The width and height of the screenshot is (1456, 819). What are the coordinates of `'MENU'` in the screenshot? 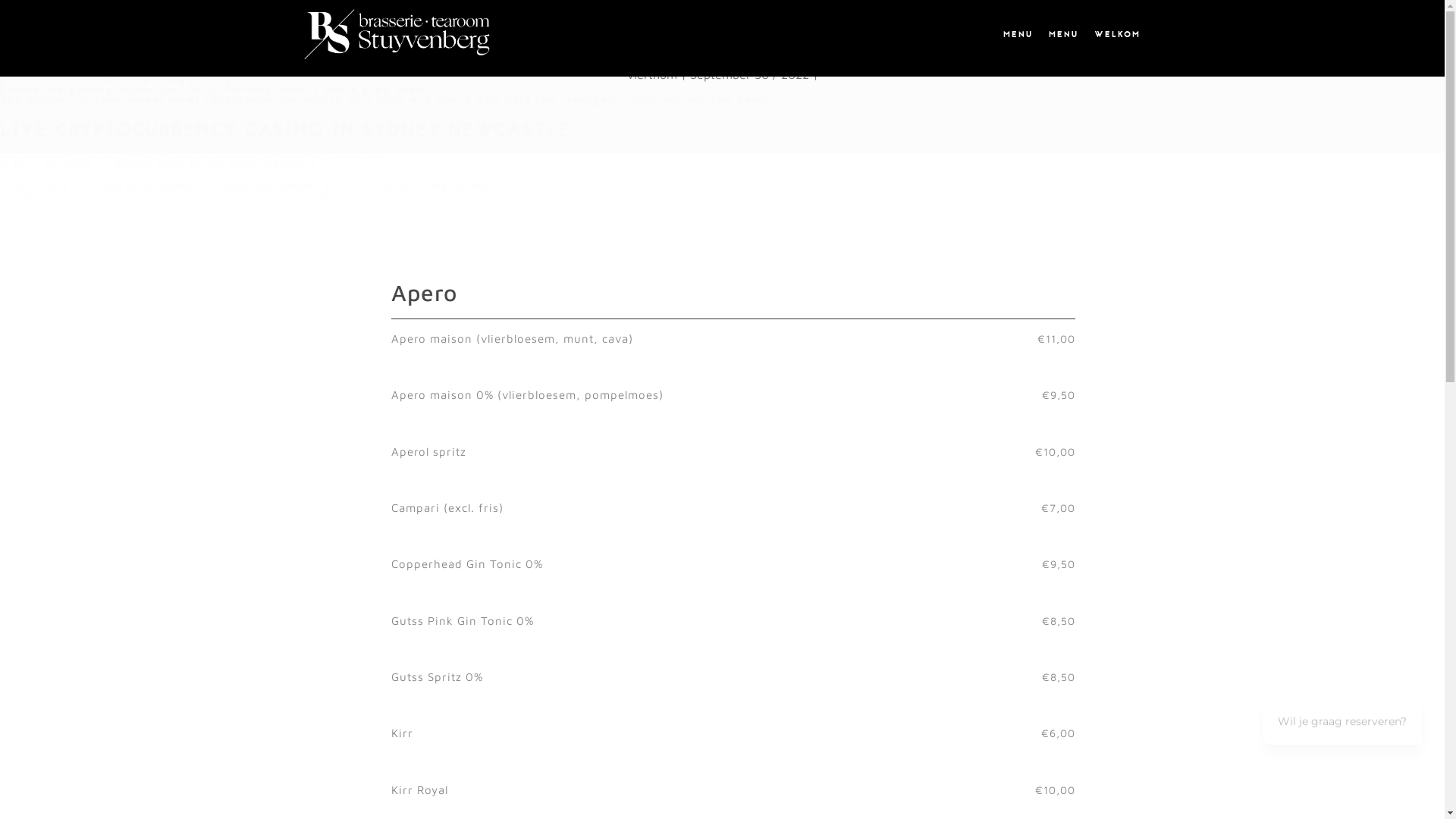 It's located at (1016, 34).